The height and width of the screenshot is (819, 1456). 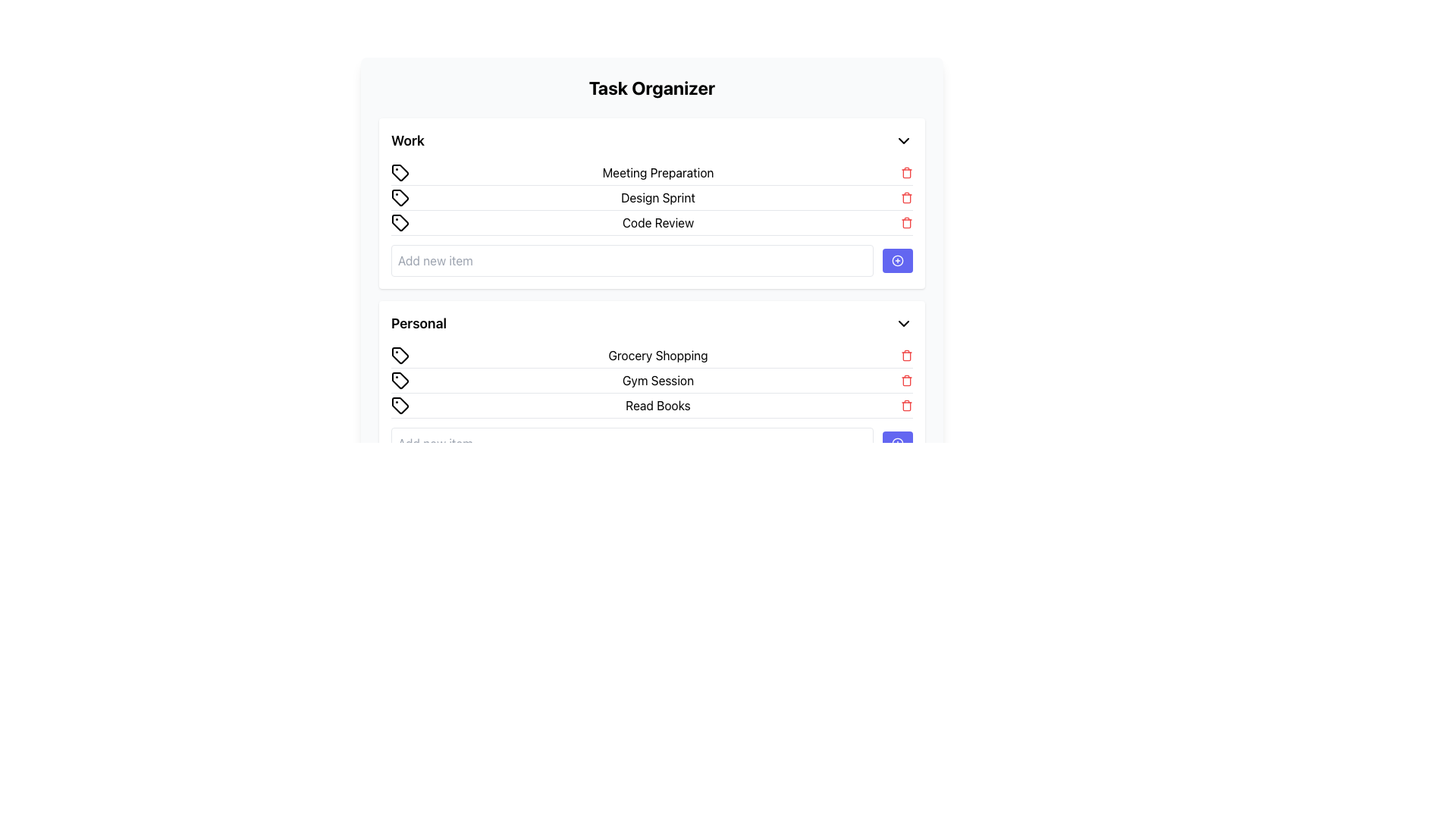 What do you see at coordinates (400, 405) in the screenshot?
I see `the tag-shaped icon with a black outline located in the 'Personal' section adjacent to the text 'Read Books'` at bounding box center [400, 405].